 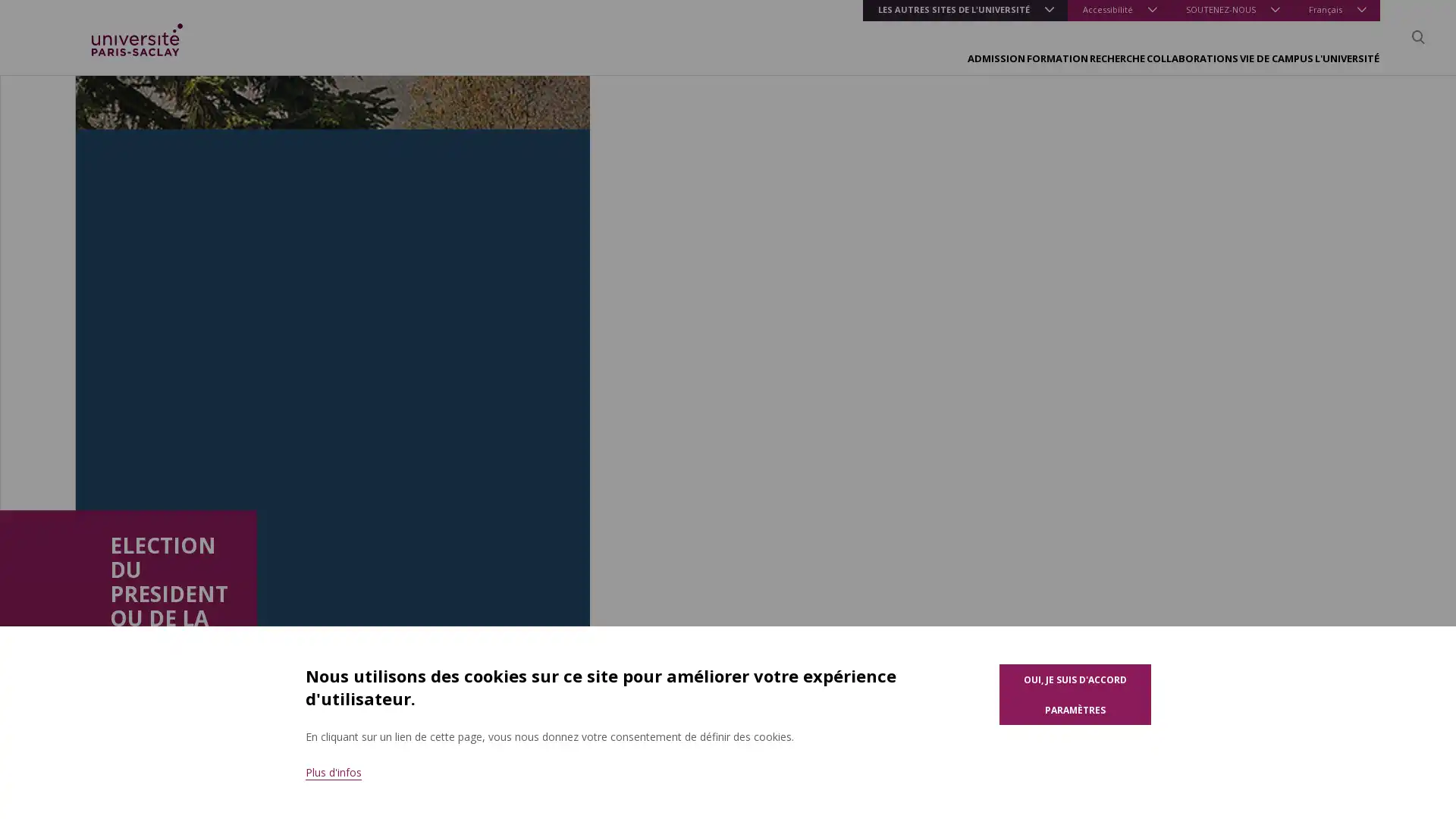 I want to click on FORMATION, so click(x=860, y=52).